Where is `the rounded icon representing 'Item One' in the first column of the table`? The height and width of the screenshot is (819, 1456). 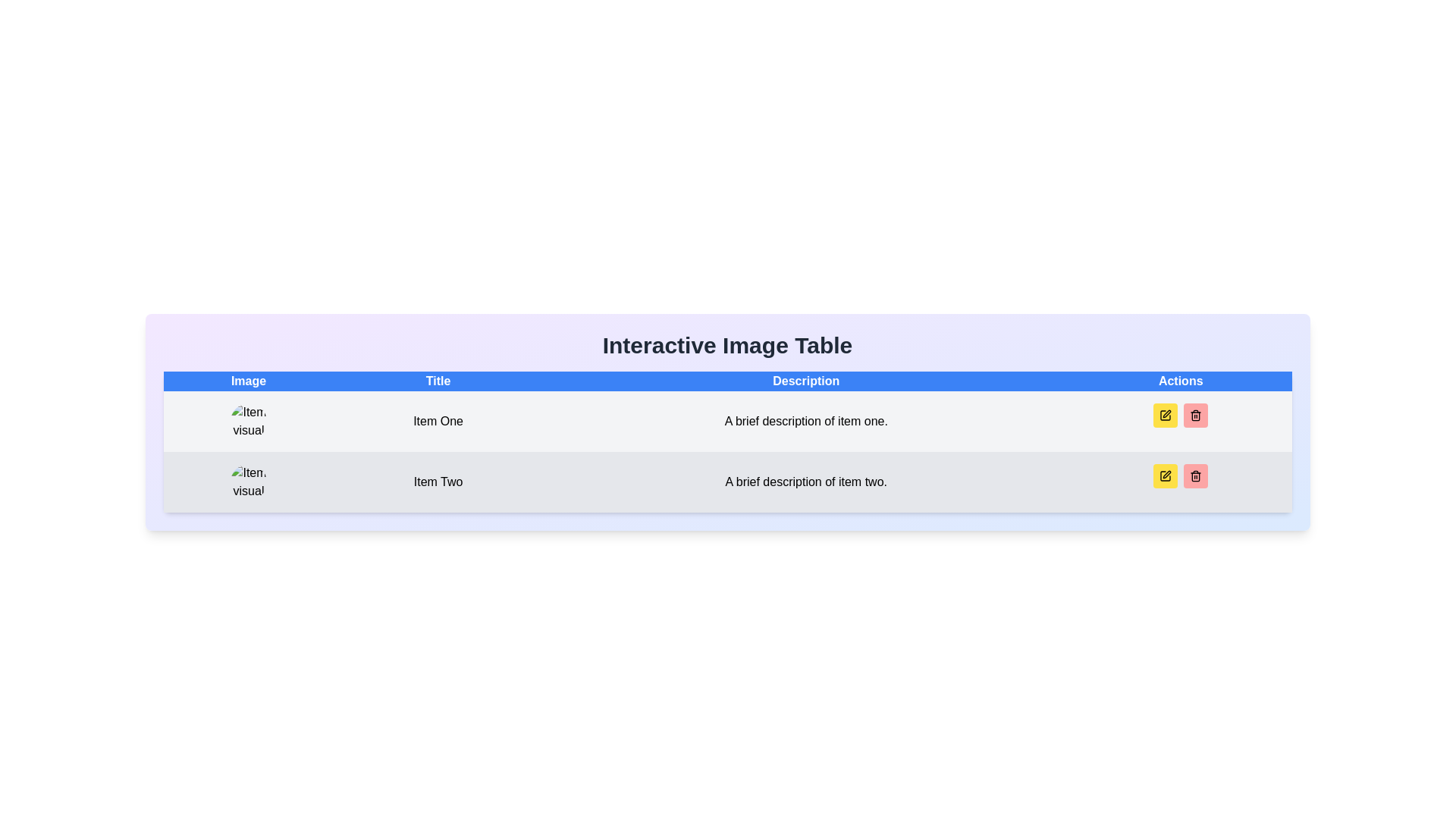
the rounded icon representing 'Item One' in the first column of the table is located at coordinates (248, 421).